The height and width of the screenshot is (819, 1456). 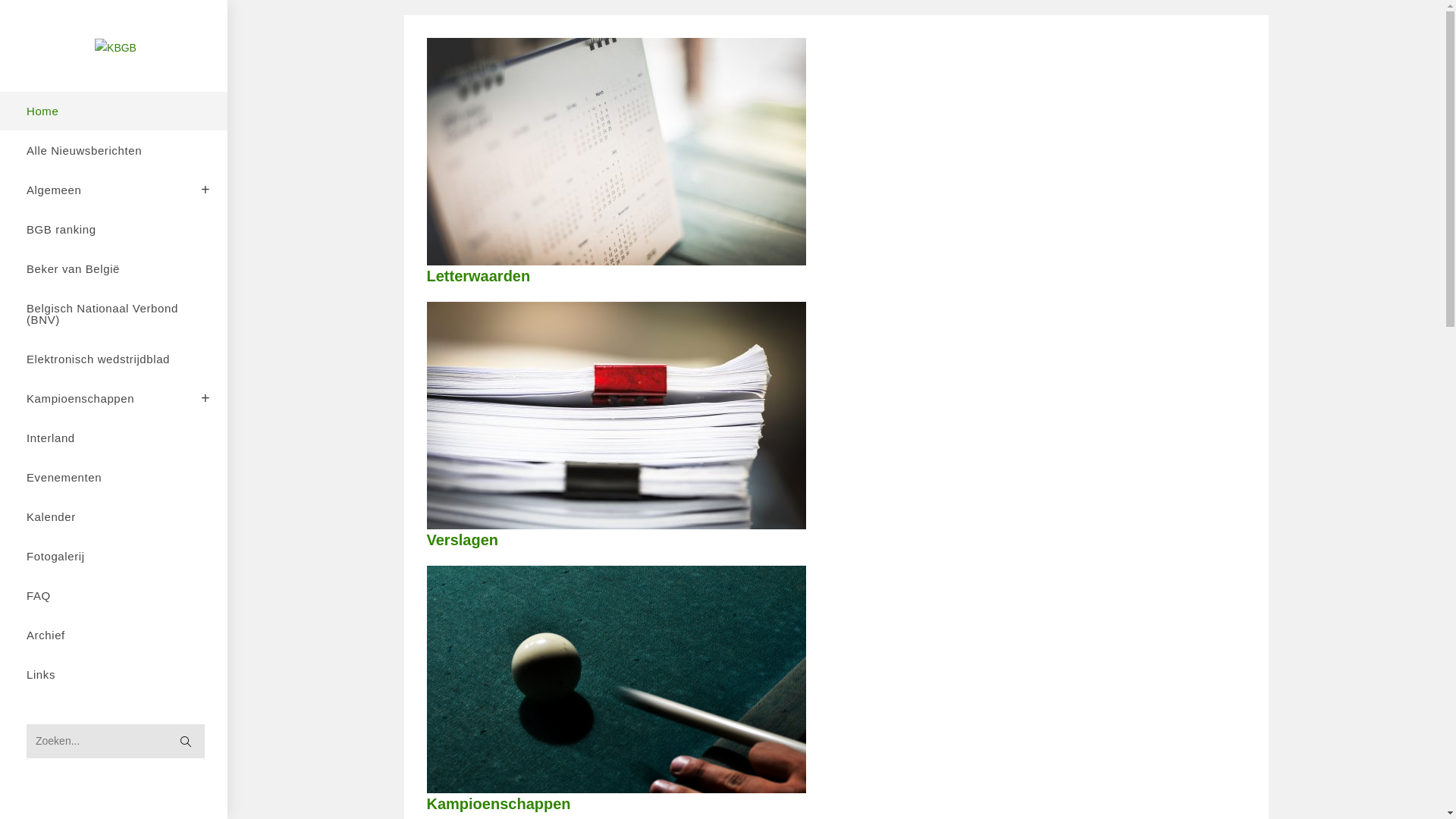 What do you see at coordinates (112, 150) in the screenshot?
I see `'Alle Nieuwsberichten'` at bounding box center [112, 150].